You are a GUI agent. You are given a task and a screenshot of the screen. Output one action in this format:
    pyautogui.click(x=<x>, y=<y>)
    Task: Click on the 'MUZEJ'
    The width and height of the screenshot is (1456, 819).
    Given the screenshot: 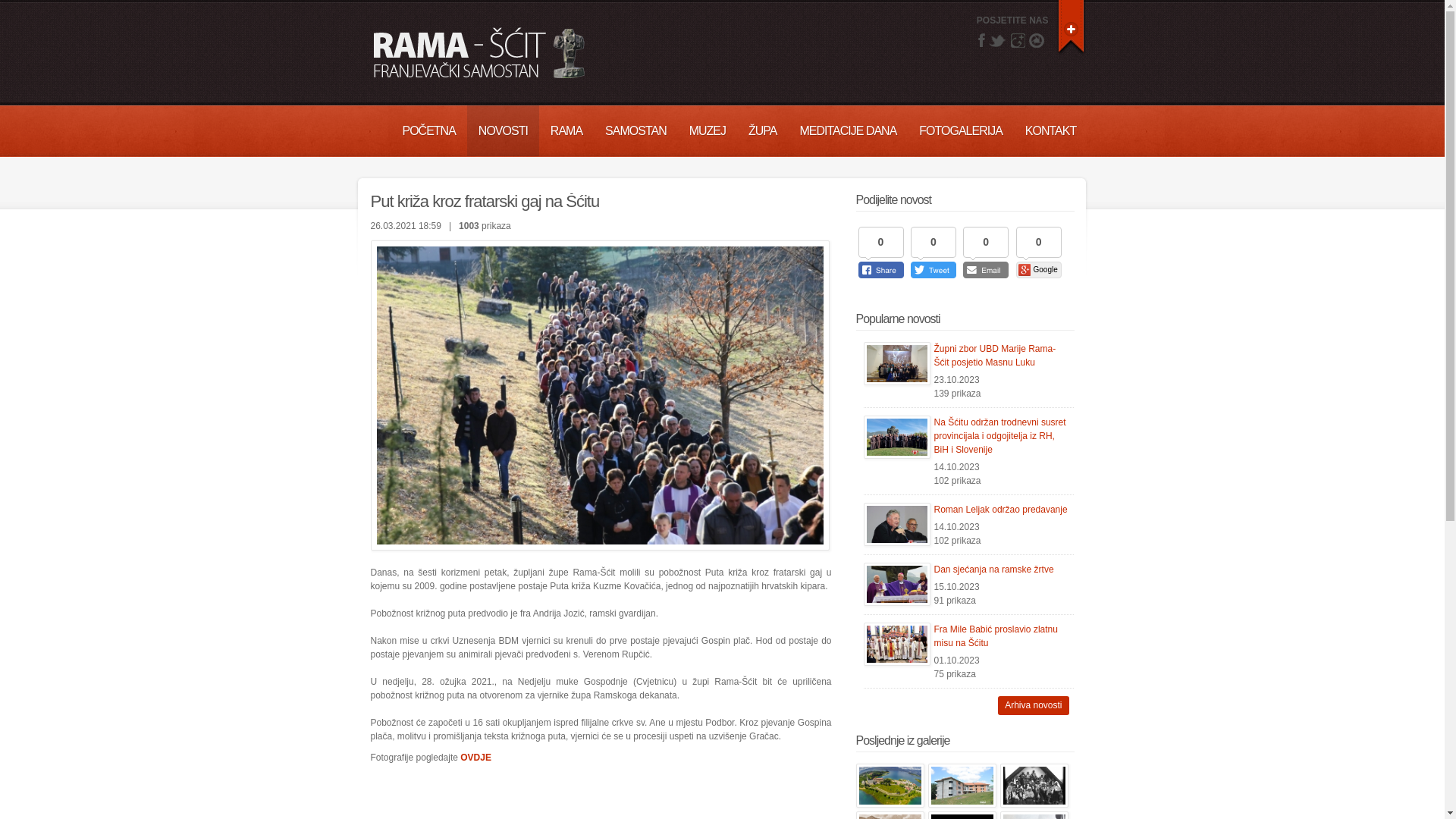 What is the action you would take?
    pyautogui.click(x=706, y=130)
    